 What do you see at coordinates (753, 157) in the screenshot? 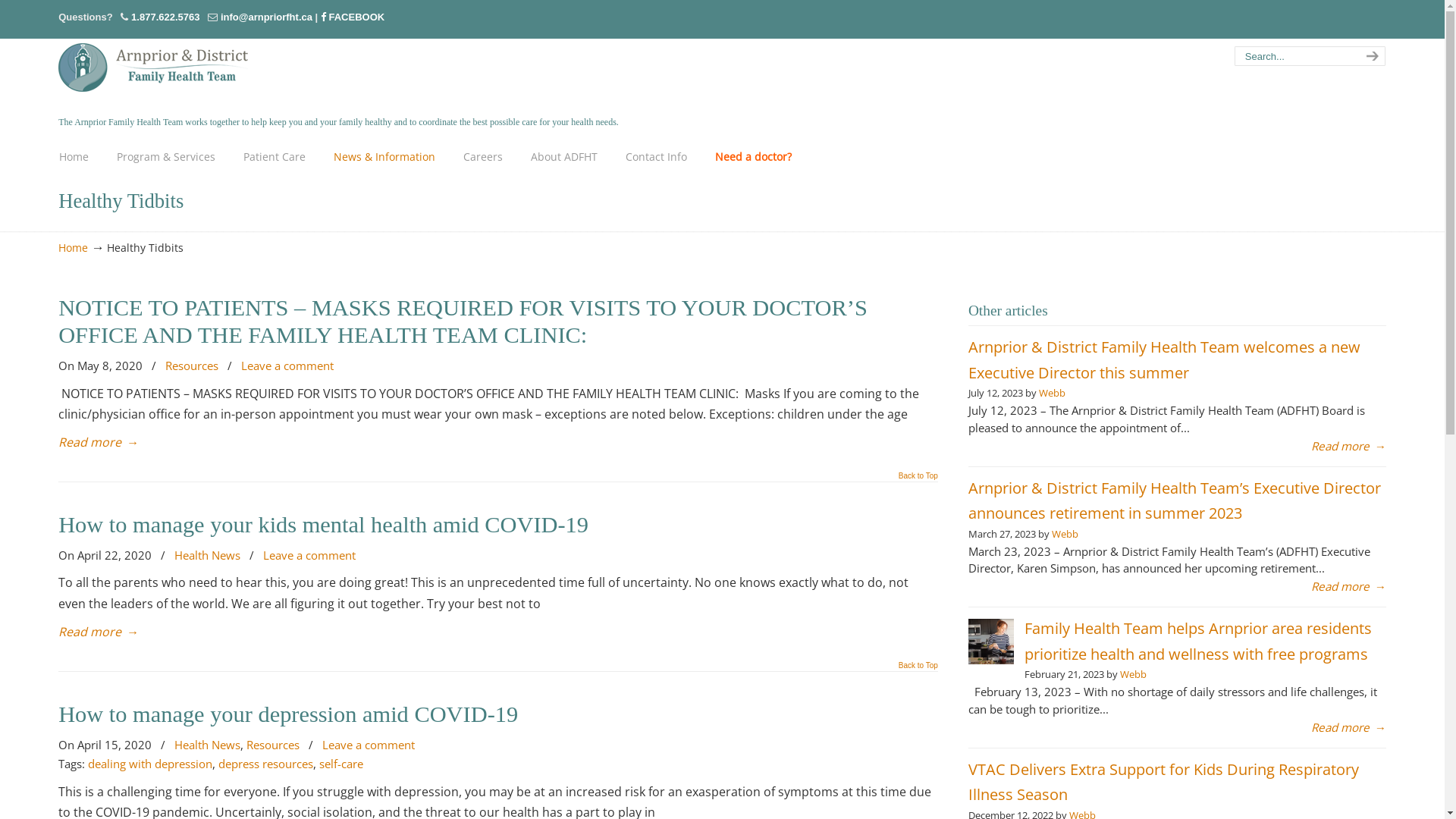
I see `'Need a doctor?'` at bounding box center [753, 157].